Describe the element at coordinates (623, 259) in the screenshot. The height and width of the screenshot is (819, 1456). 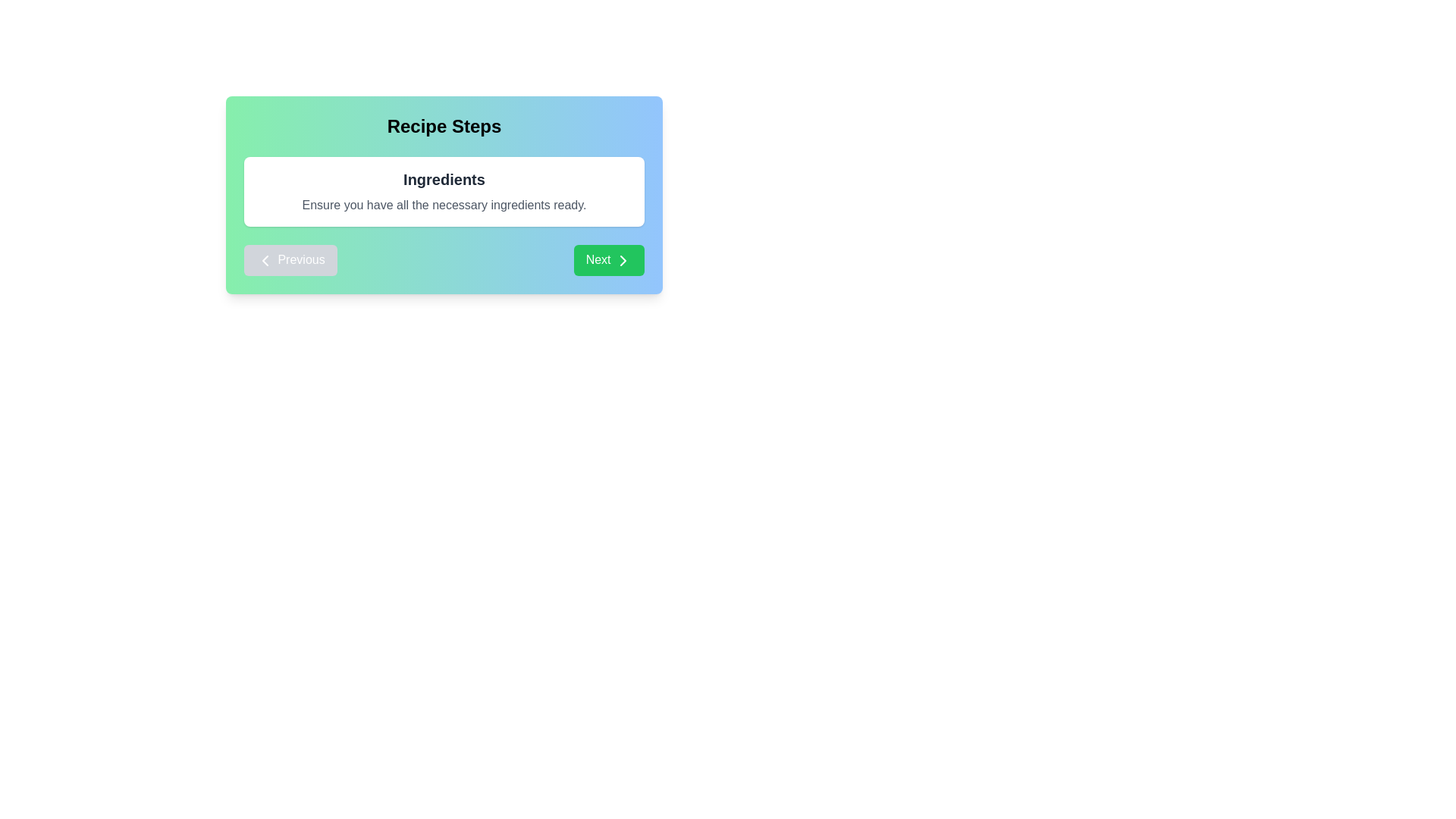
I see `the Chevron right SVG icon located within the 'Next' button, positioned towards the right side of the button's label text` at that location.